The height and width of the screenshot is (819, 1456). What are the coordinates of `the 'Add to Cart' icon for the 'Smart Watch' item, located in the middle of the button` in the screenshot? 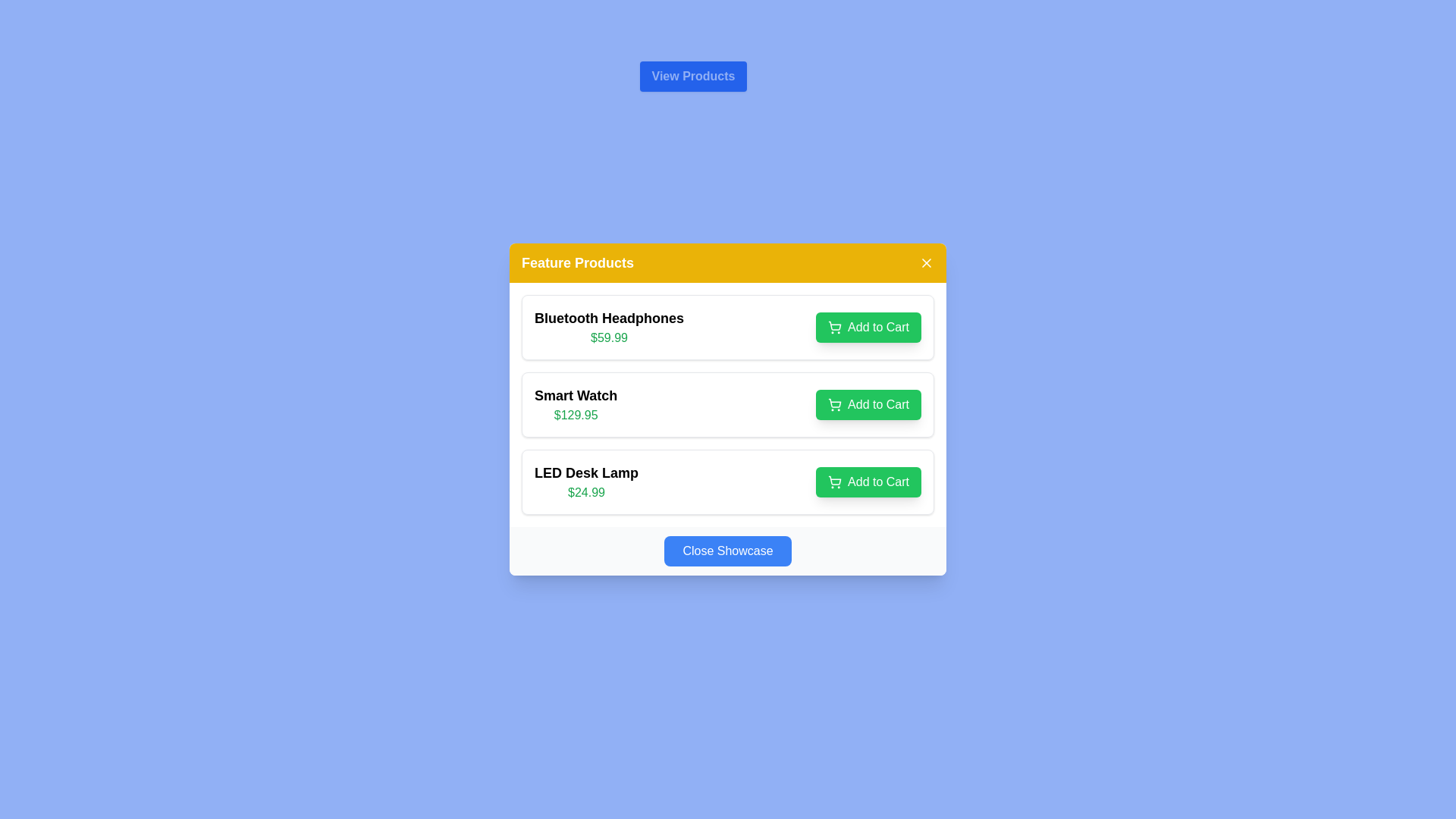 It's located at (834, 403).